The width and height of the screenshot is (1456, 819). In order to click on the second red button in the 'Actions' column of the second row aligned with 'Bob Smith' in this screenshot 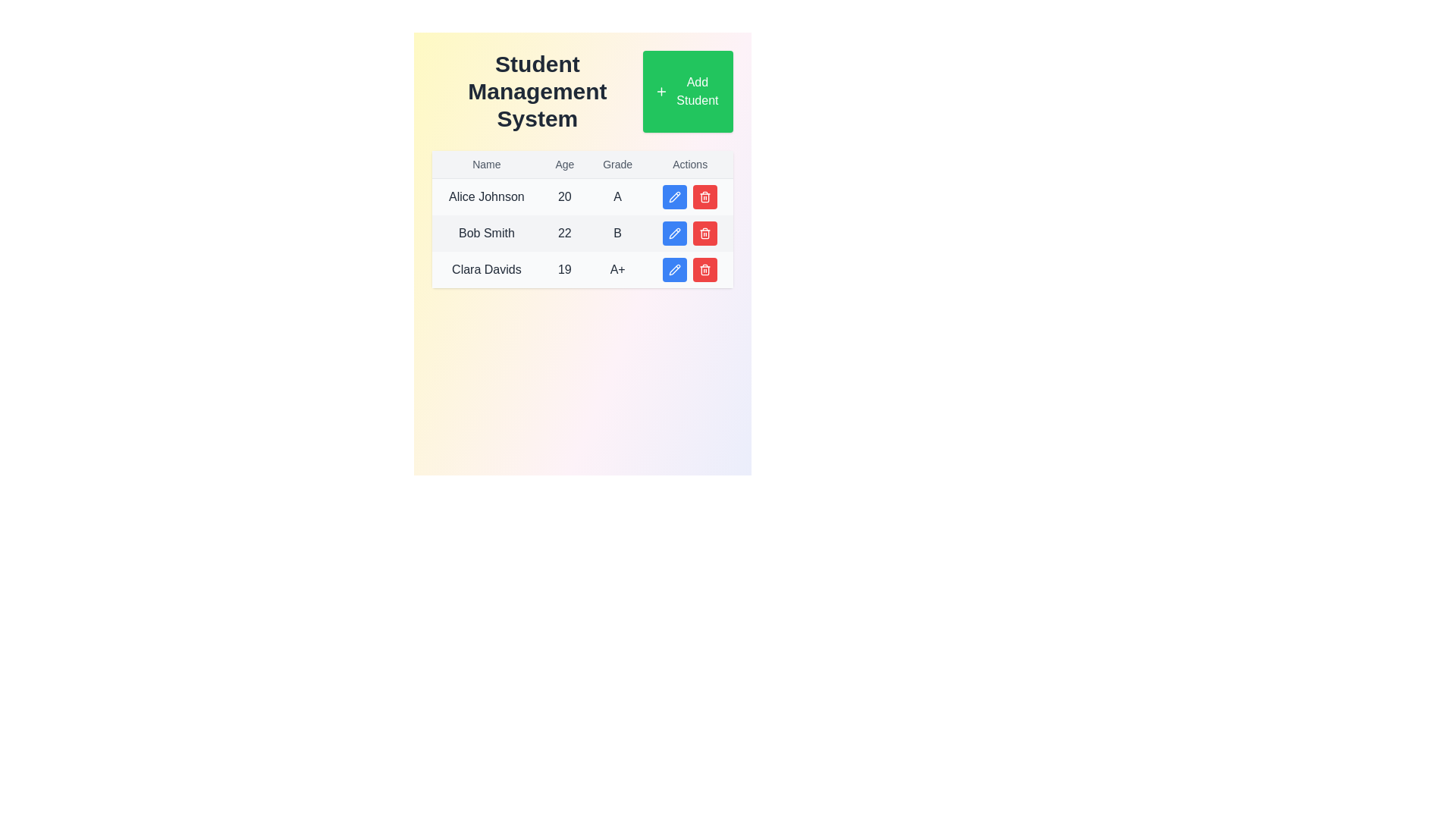, I will do `click(704, 234)`.